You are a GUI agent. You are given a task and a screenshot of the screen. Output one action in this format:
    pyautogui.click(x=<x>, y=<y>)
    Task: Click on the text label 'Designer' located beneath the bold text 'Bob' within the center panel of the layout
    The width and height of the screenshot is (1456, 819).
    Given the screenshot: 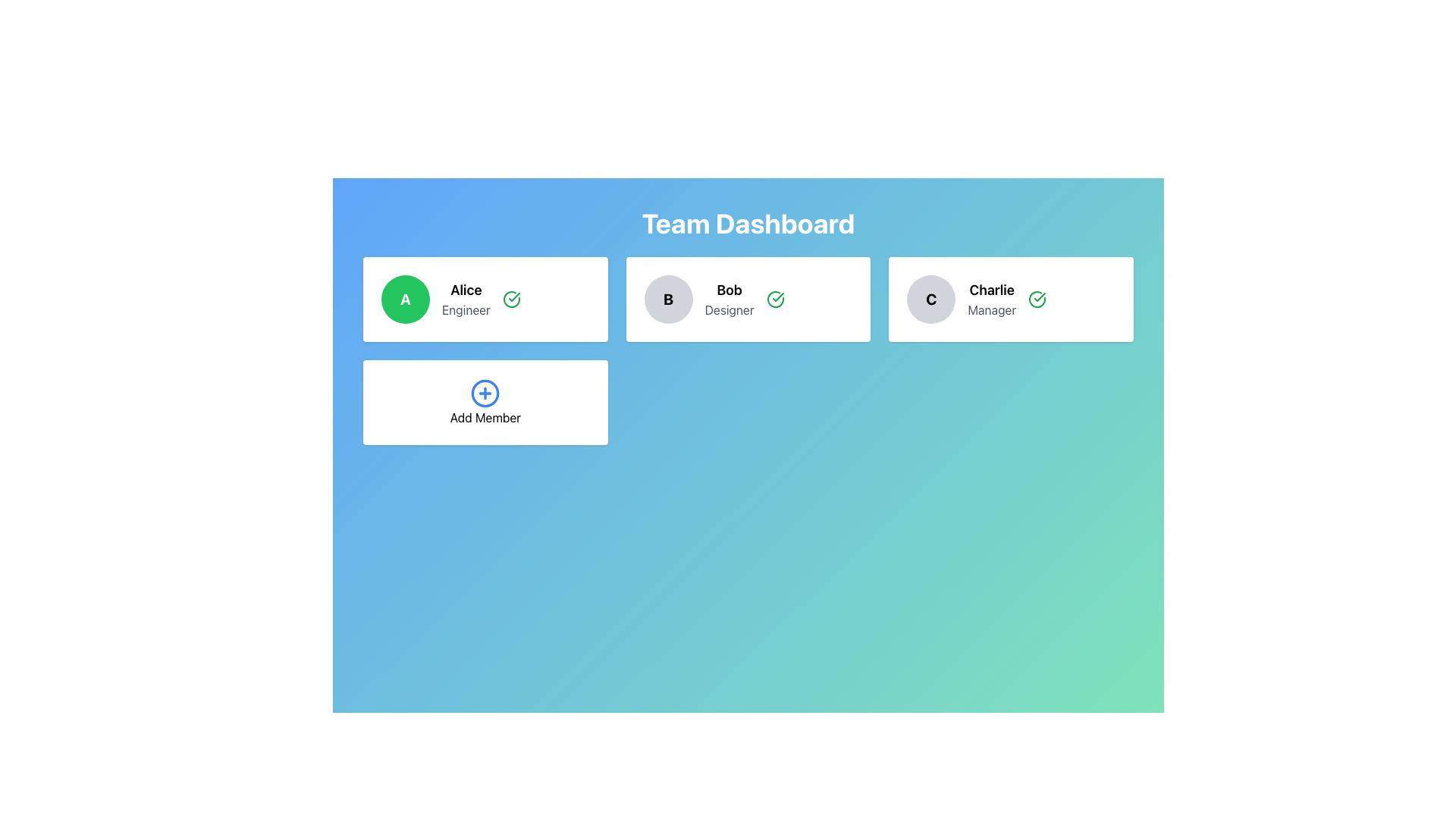 What is the action you would take?
    pyautogui.click(x=730, y=309)
    